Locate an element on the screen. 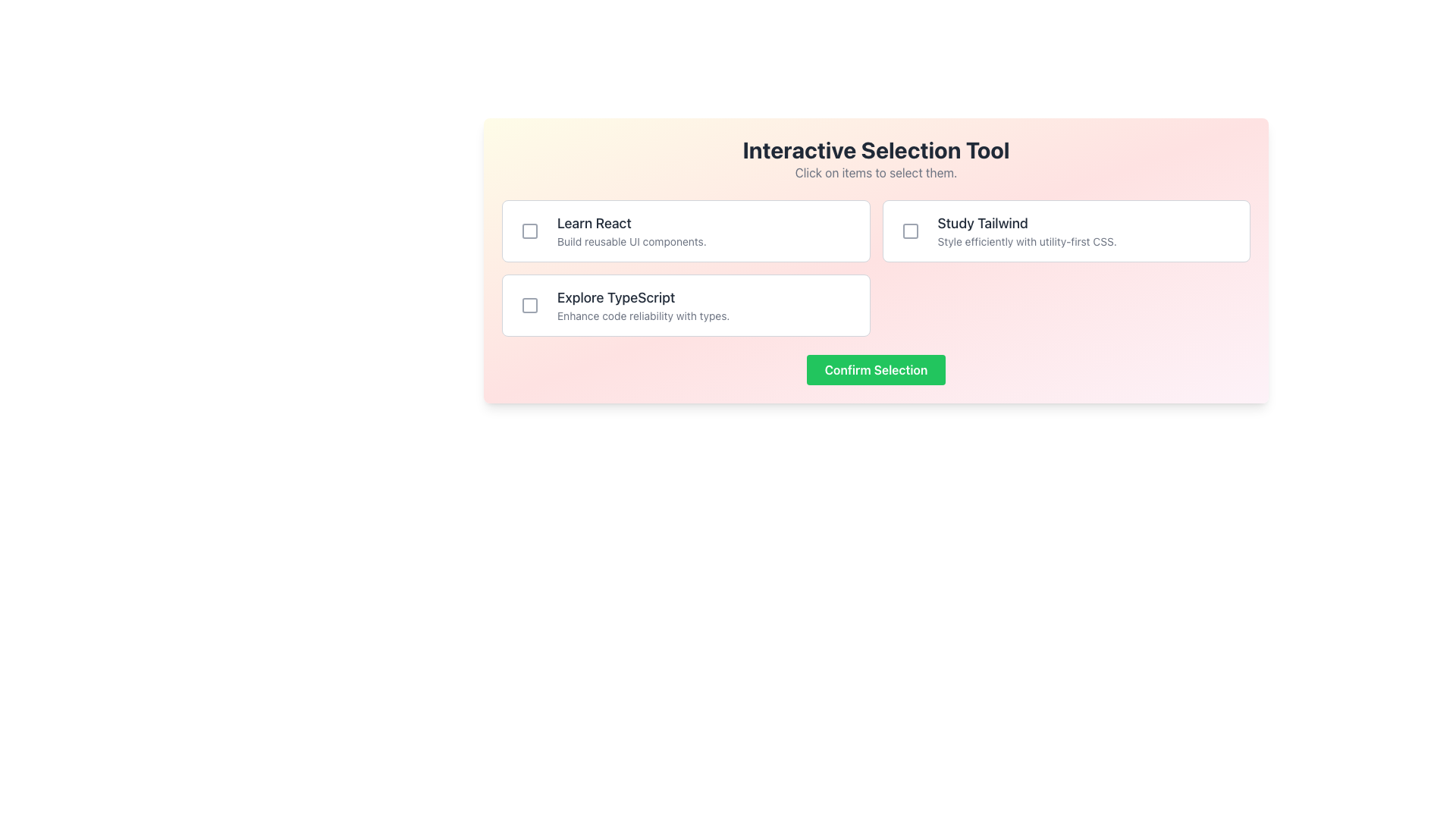  text label that says 'Enhance code reliability with types.' located directly below the heading 'Explore TypeScript' in the second item of the left column is located at coordinates (643, 315).